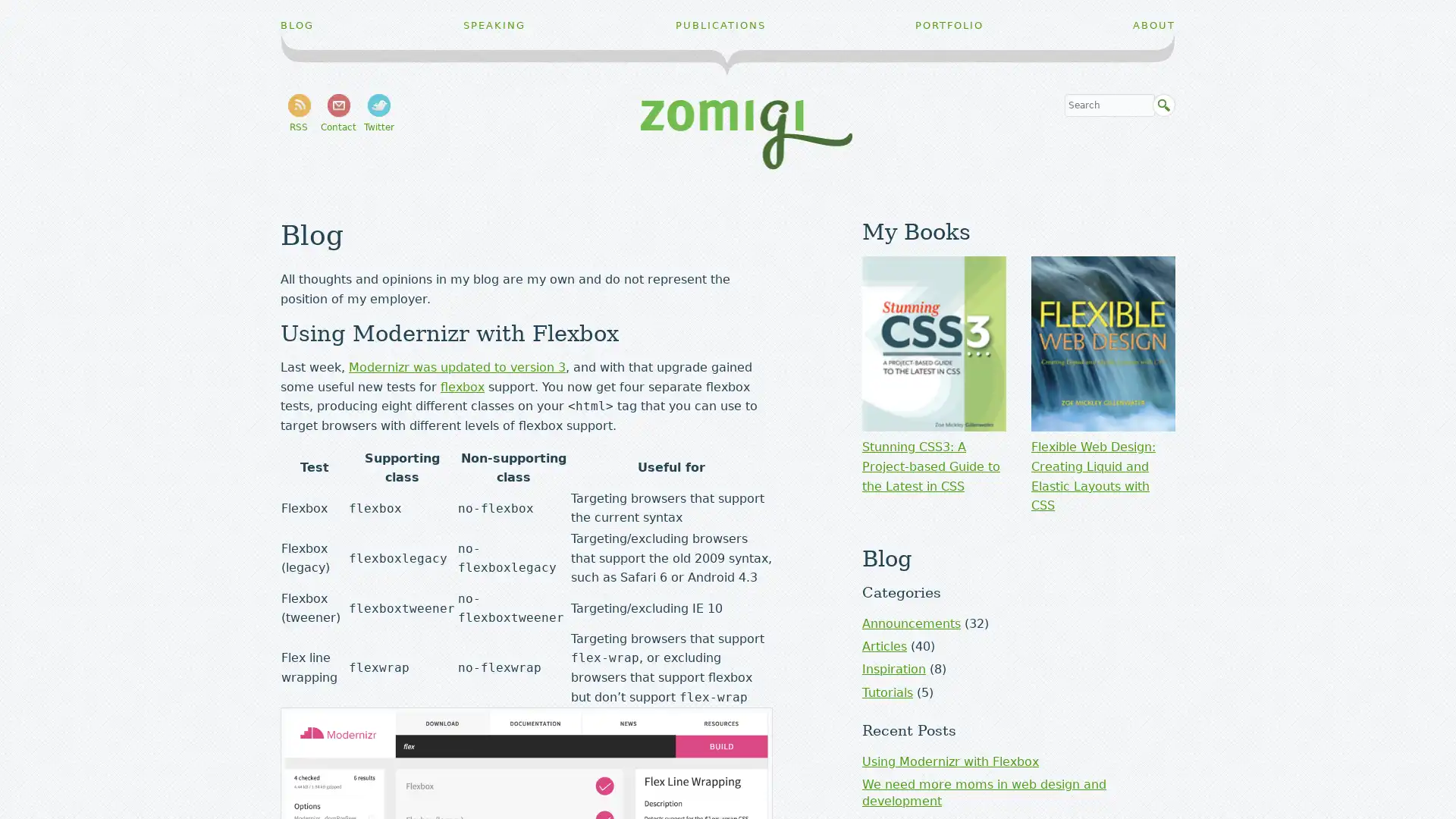 This screenshot has height=819, width=1456. I want to click on search, so click(1163, 105).